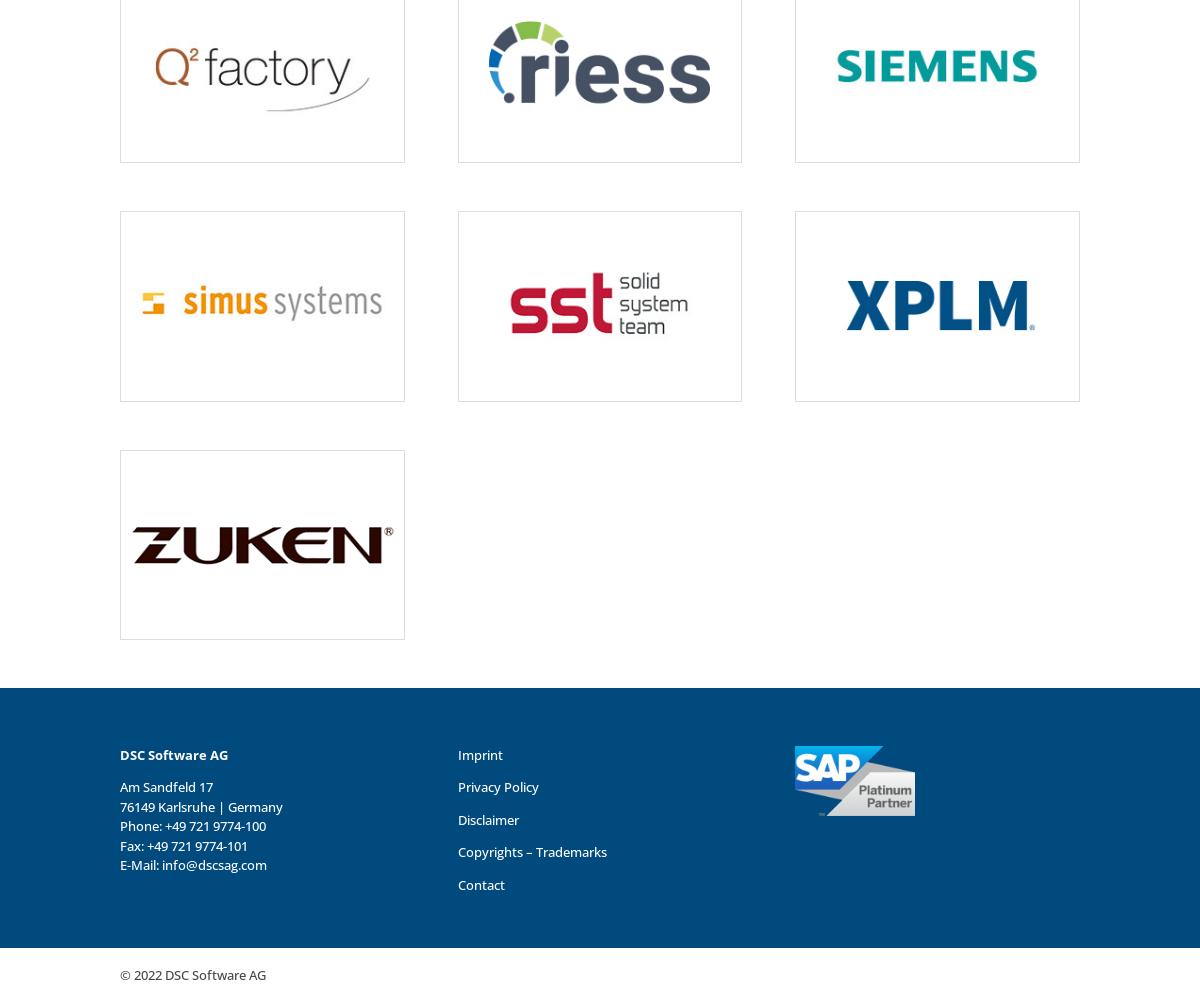 The image size is (1200, 1003). Describe the element at coordinates (479, 884) in the screenshot. I see `'Contact'` at that location.